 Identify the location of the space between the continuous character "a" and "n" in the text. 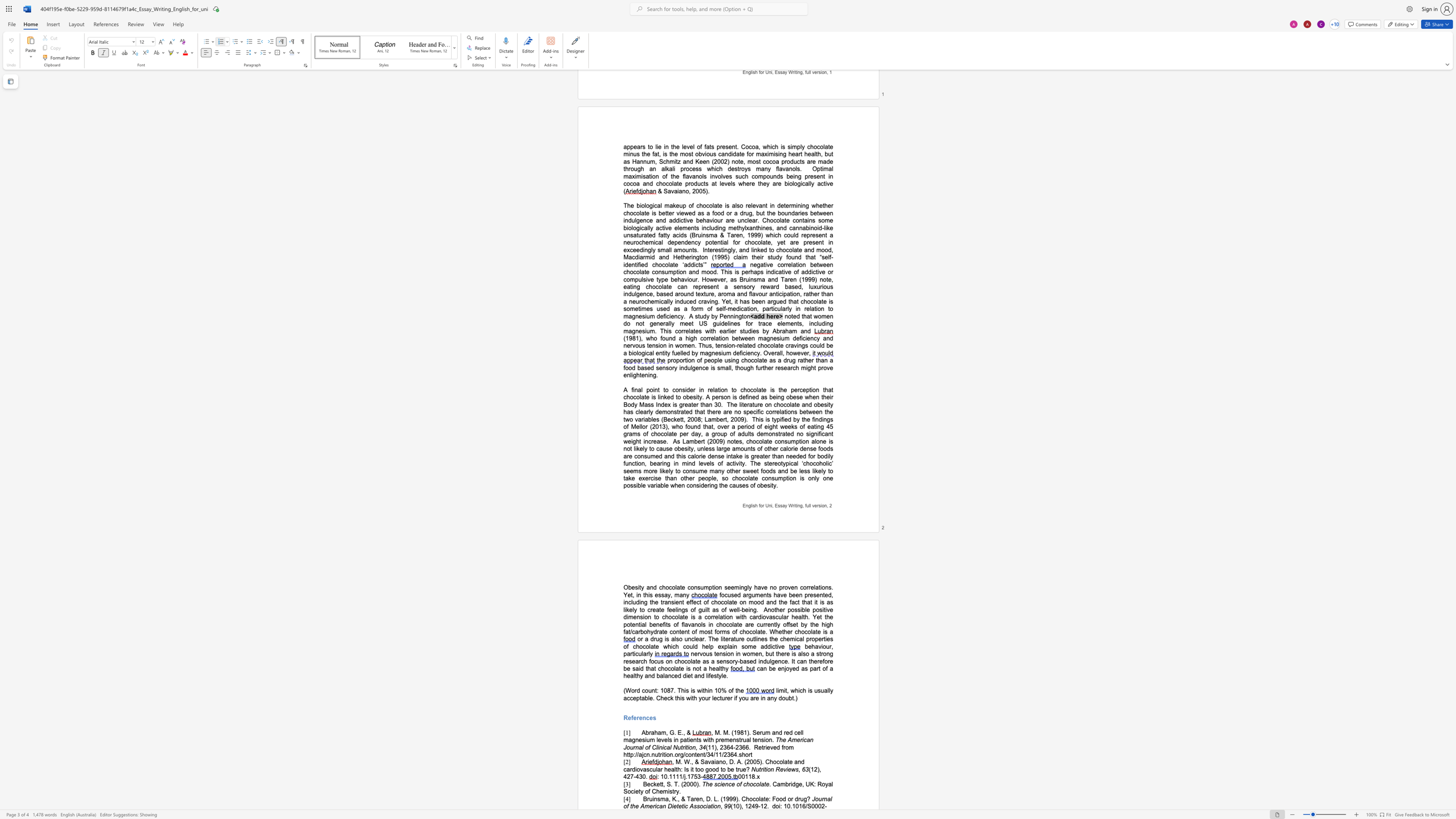
(662, 806).